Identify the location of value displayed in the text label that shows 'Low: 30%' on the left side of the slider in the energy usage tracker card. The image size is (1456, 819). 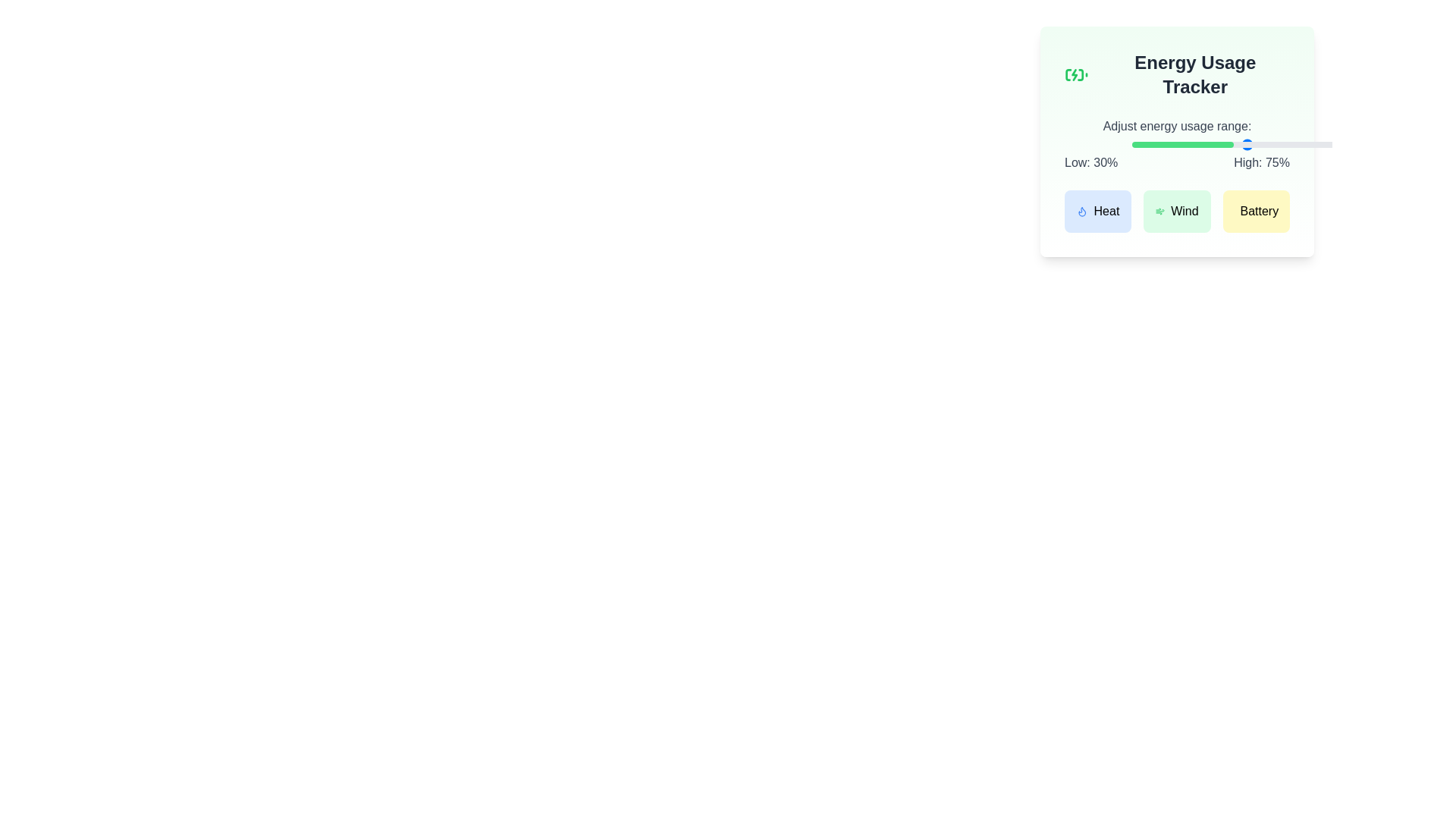
(1090, 163).